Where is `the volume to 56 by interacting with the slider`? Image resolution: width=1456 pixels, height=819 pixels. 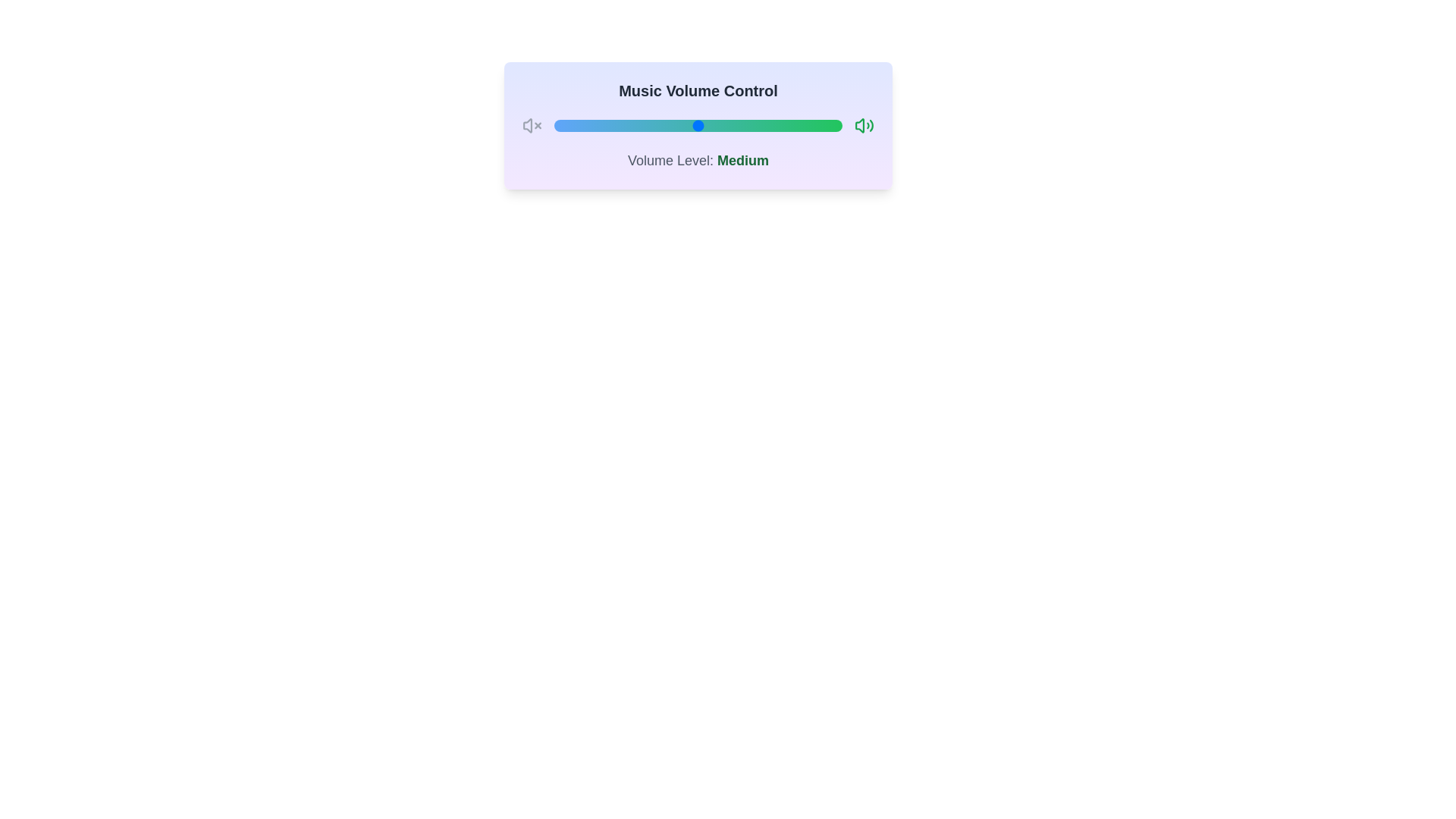 the volume to 56 by interacting with the slider is located at coordinates (714, 124).